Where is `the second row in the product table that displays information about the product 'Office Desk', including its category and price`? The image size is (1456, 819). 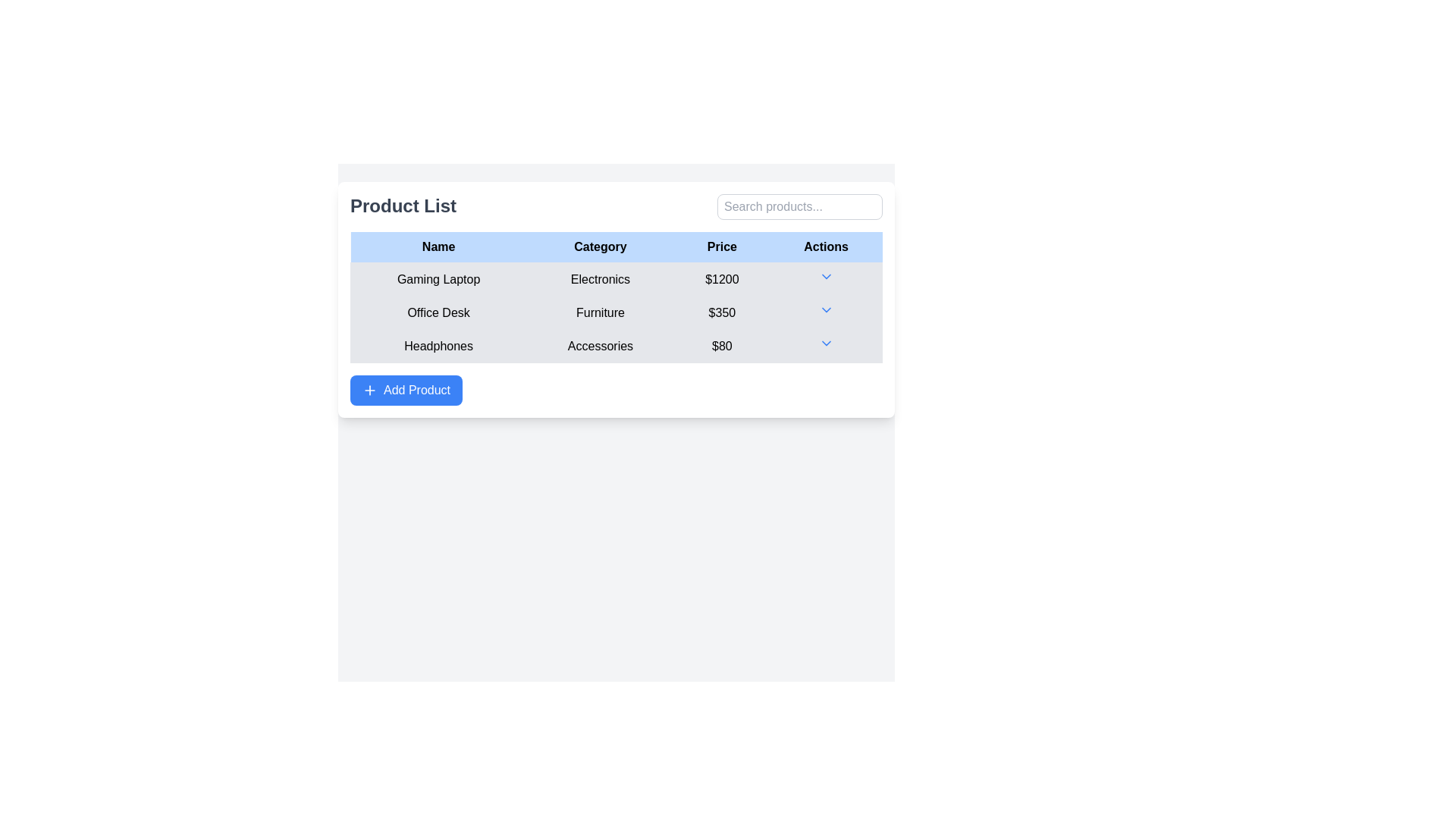 the second row in the product table that displays information about the product 'Office Desk', including its category and price is located at coordinates (616, 312).